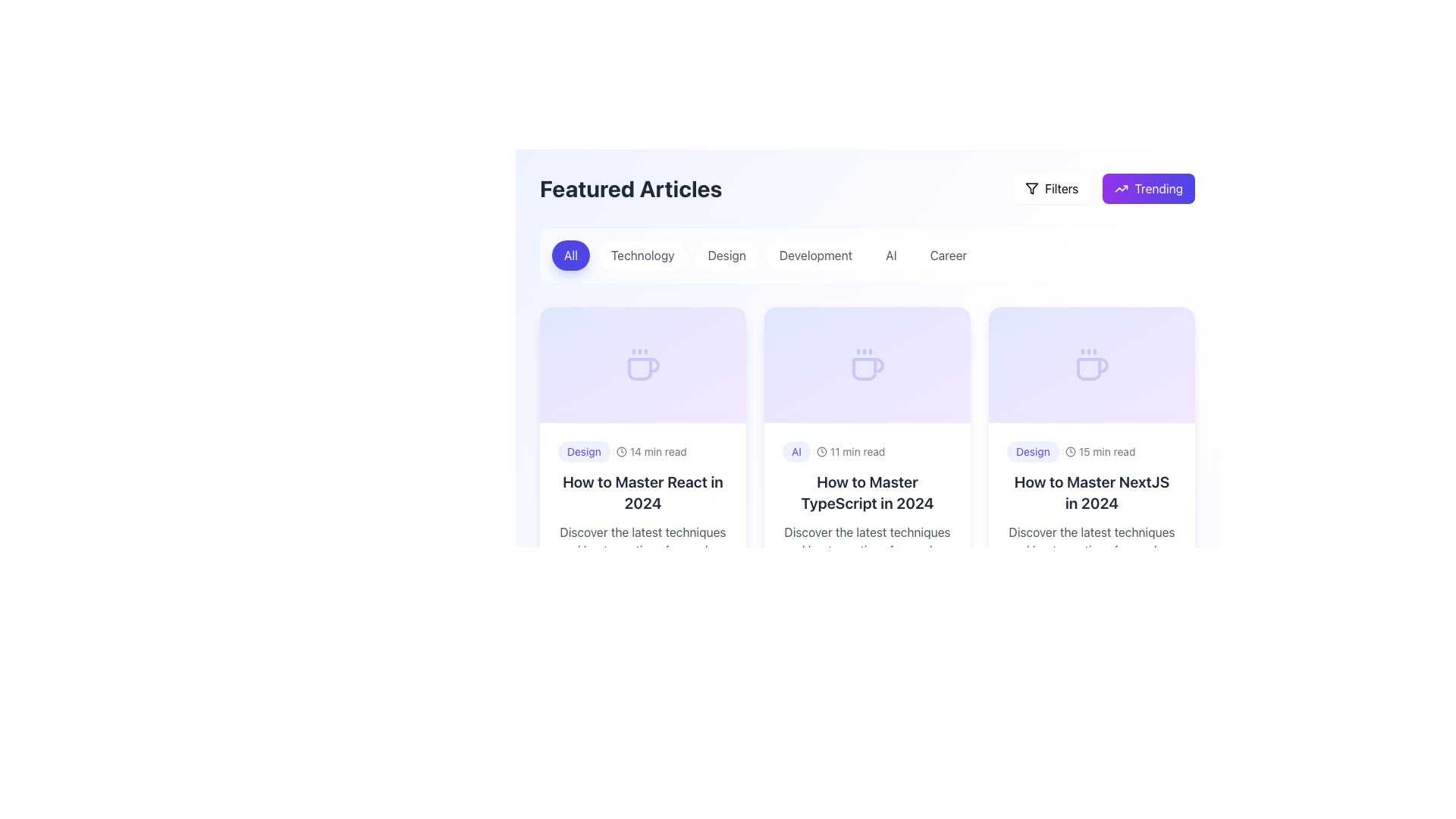 The image size is (1456, 819). What do you see at coordinates (867, 460) in the screenshot?
I see `the interactive card titled 'How to Master TypeScript in 2024'` at bounding box center [867, 460].